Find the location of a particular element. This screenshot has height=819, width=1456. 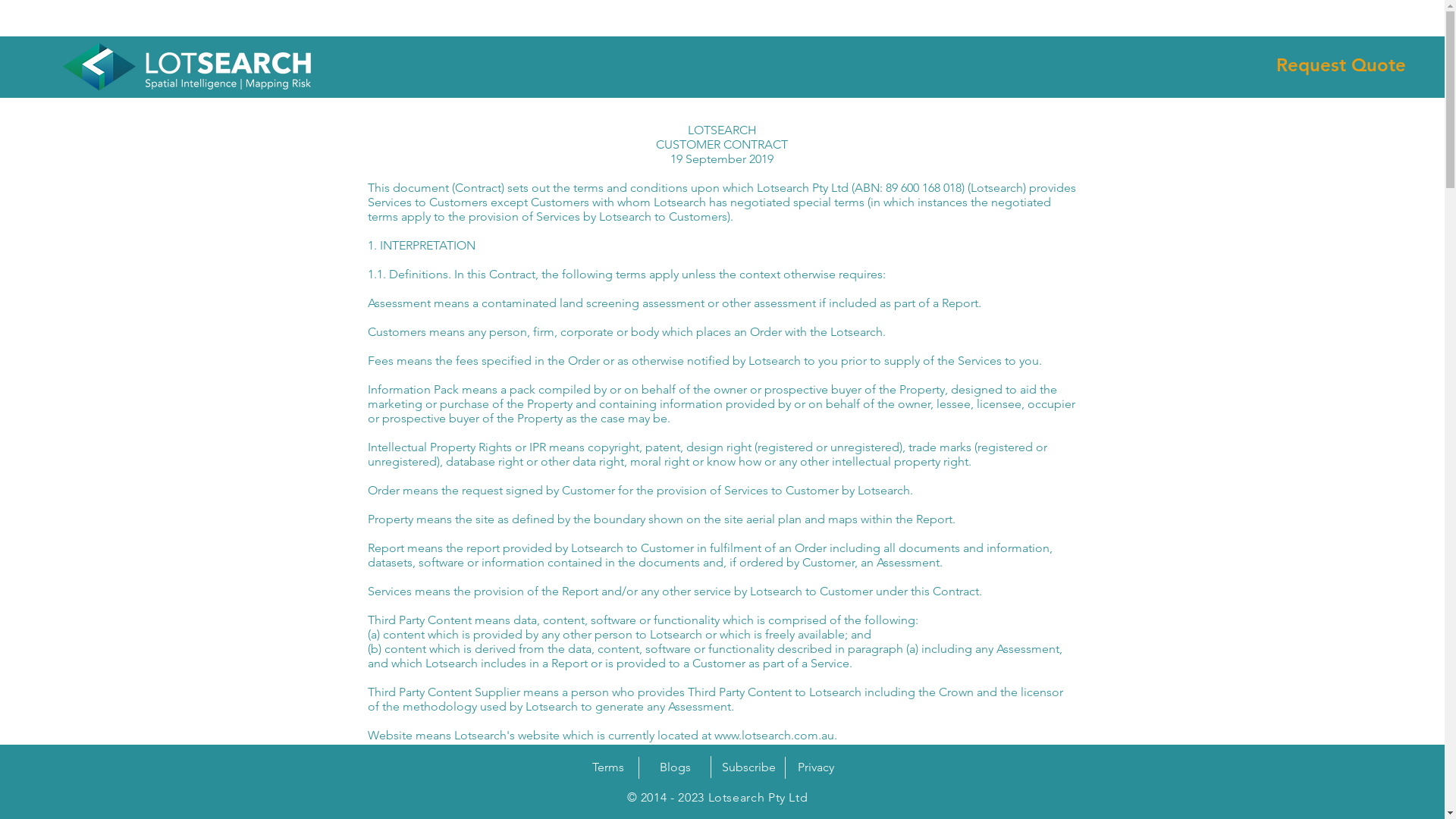

'Terms' is located at coordinates (585, 767).